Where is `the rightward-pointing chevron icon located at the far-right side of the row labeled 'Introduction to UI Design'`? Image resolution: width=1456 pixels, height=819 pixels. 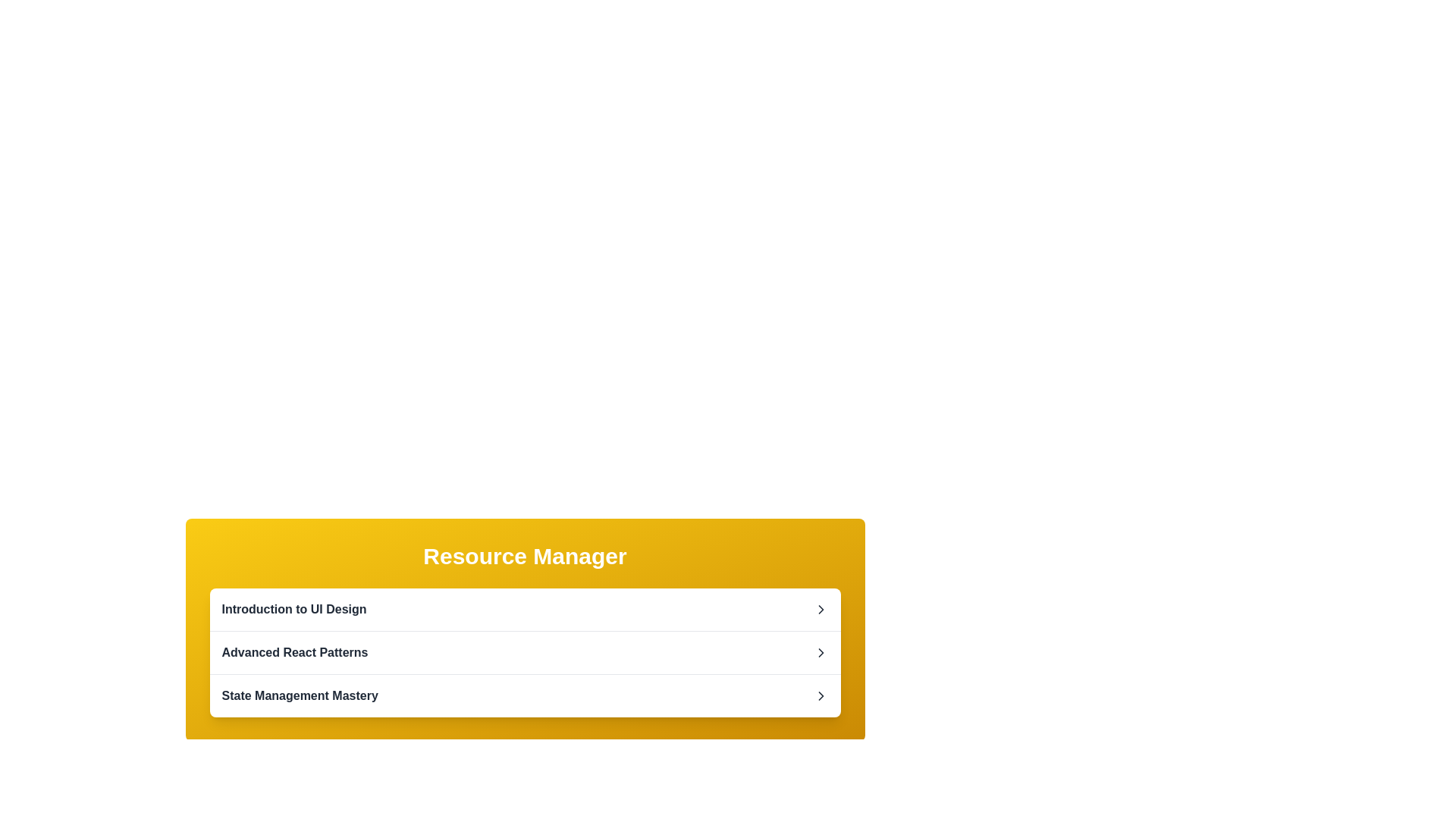 the rightward-pointing chevron icon located at the far-right side of the row labeled 'Introduction to UI Design' is located at coordinates (820, 608).